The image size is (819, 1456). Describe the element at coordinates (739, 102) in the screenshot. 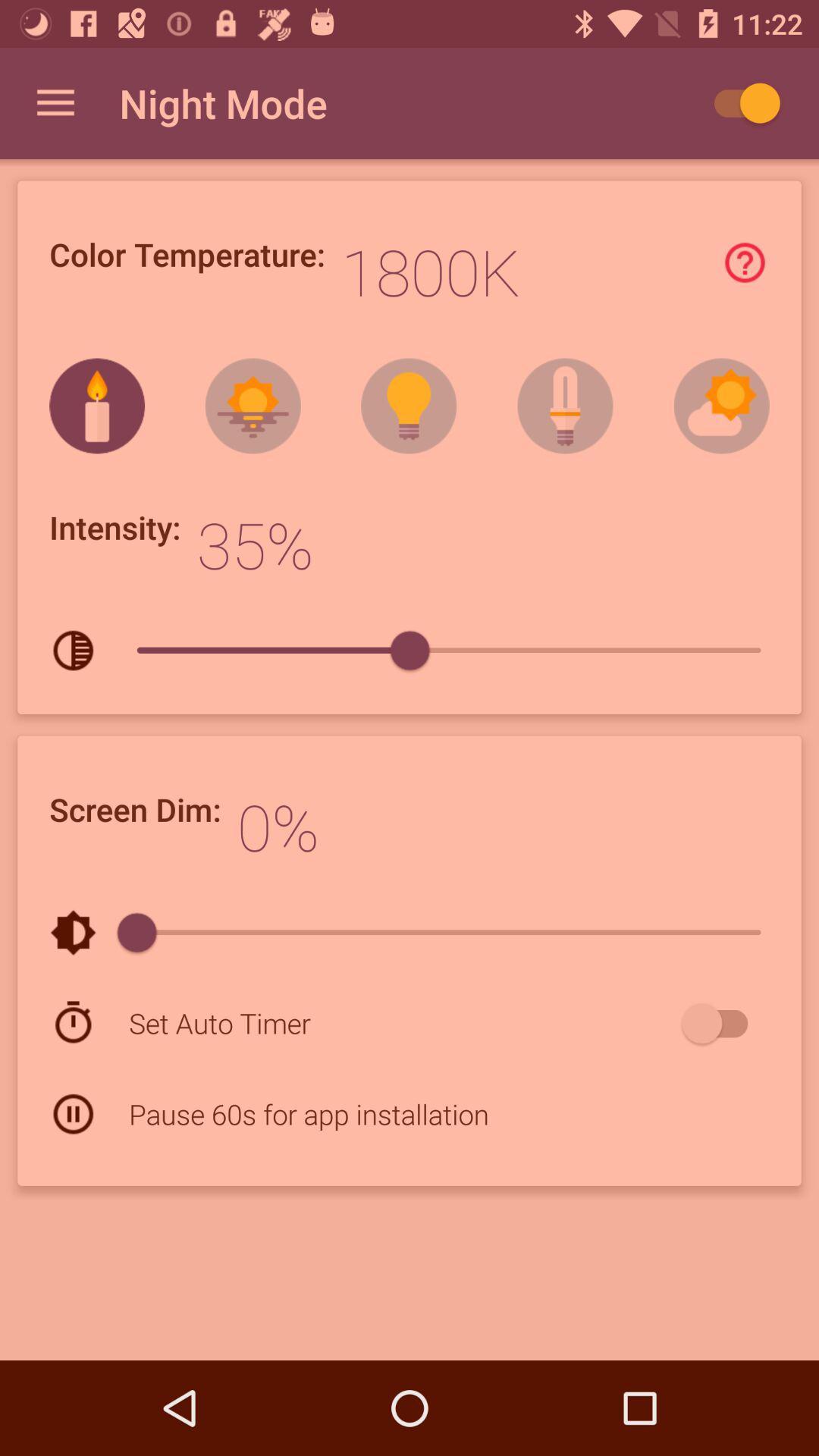

I see `the app next to night mode item` at that location.